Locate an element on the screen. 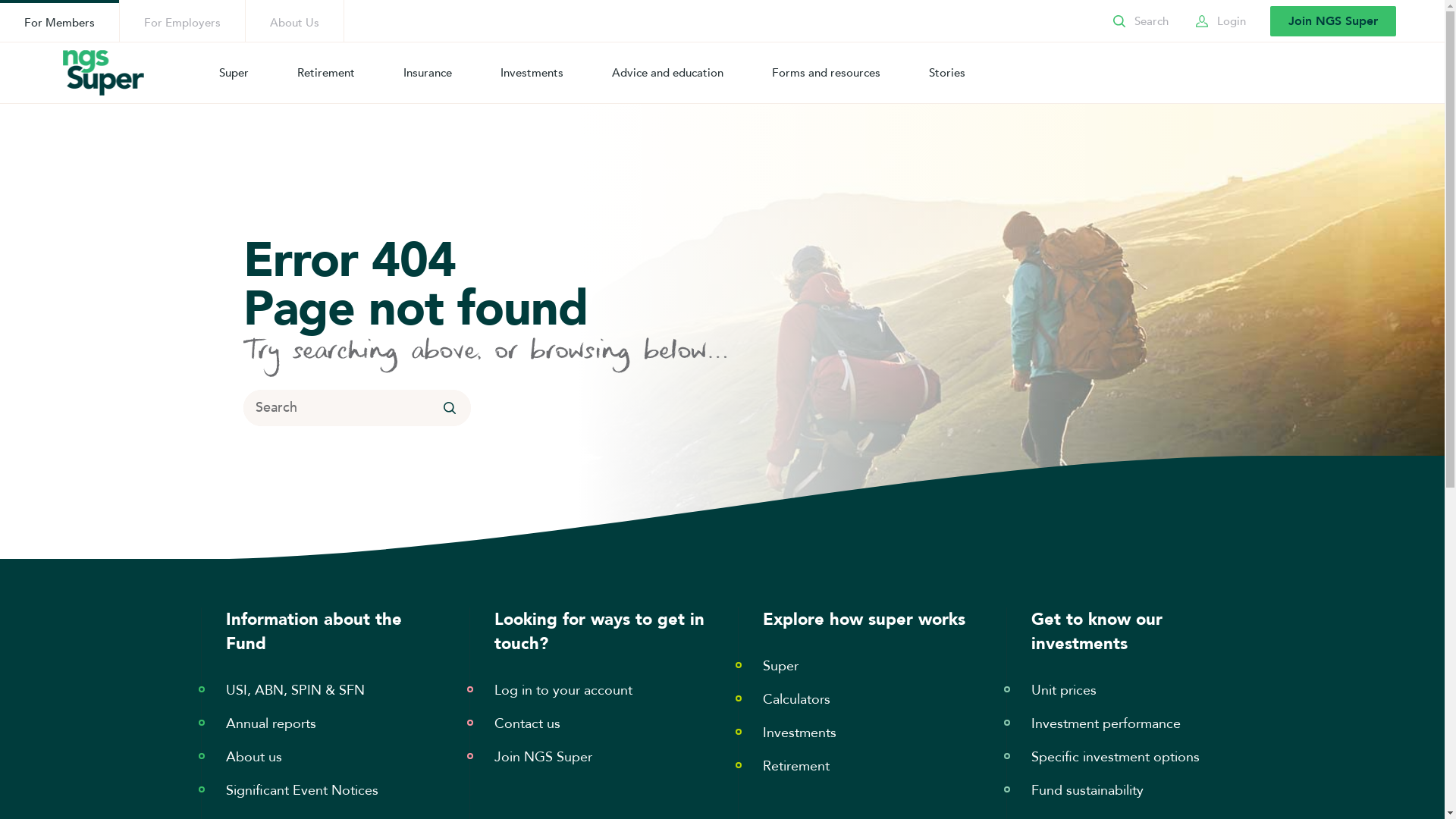  'About us' is located at coordinates (254, 757).